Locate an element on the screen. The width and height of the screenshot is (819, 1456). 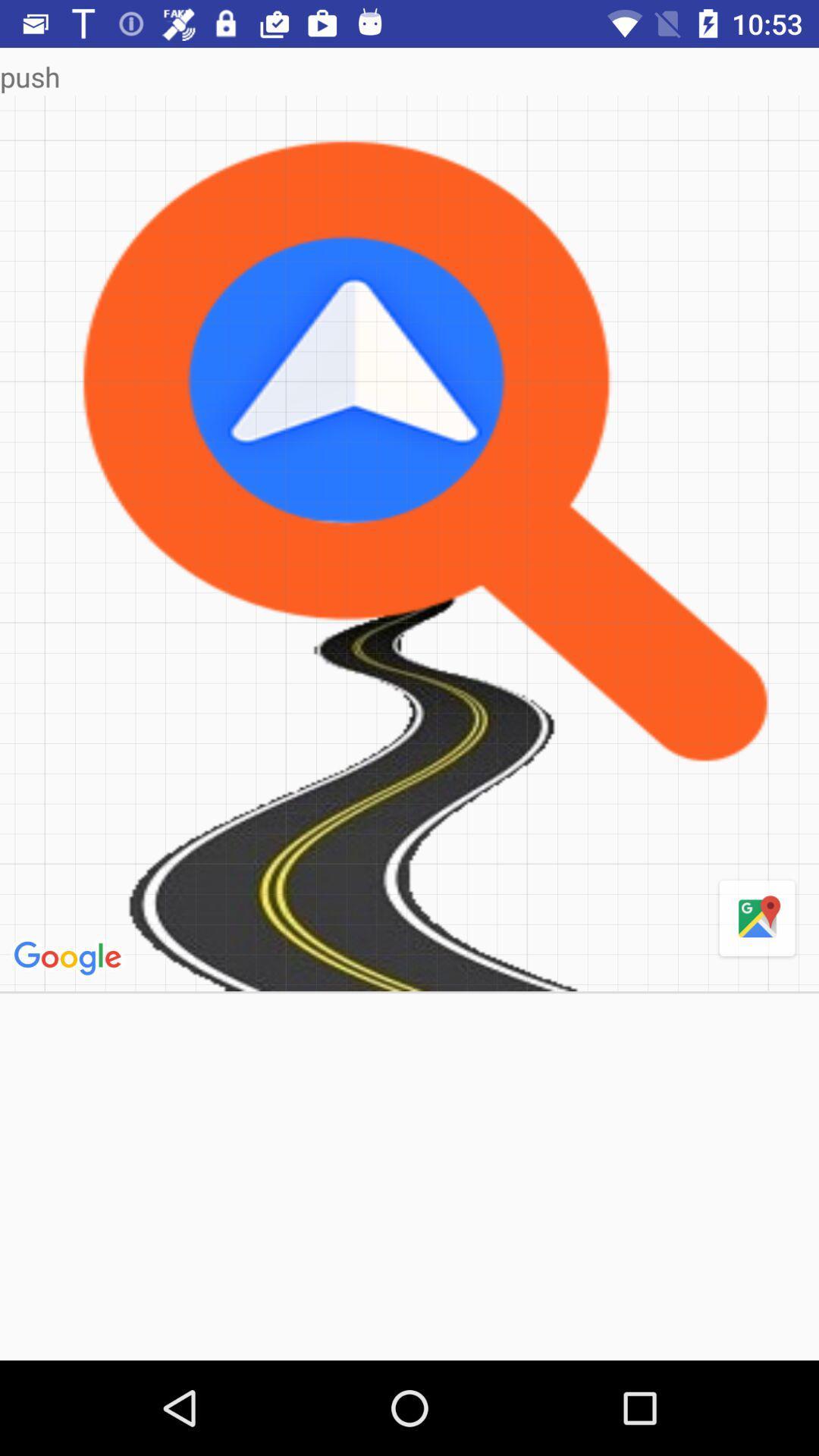
the item below push icon is located at coordinates (70, 958).